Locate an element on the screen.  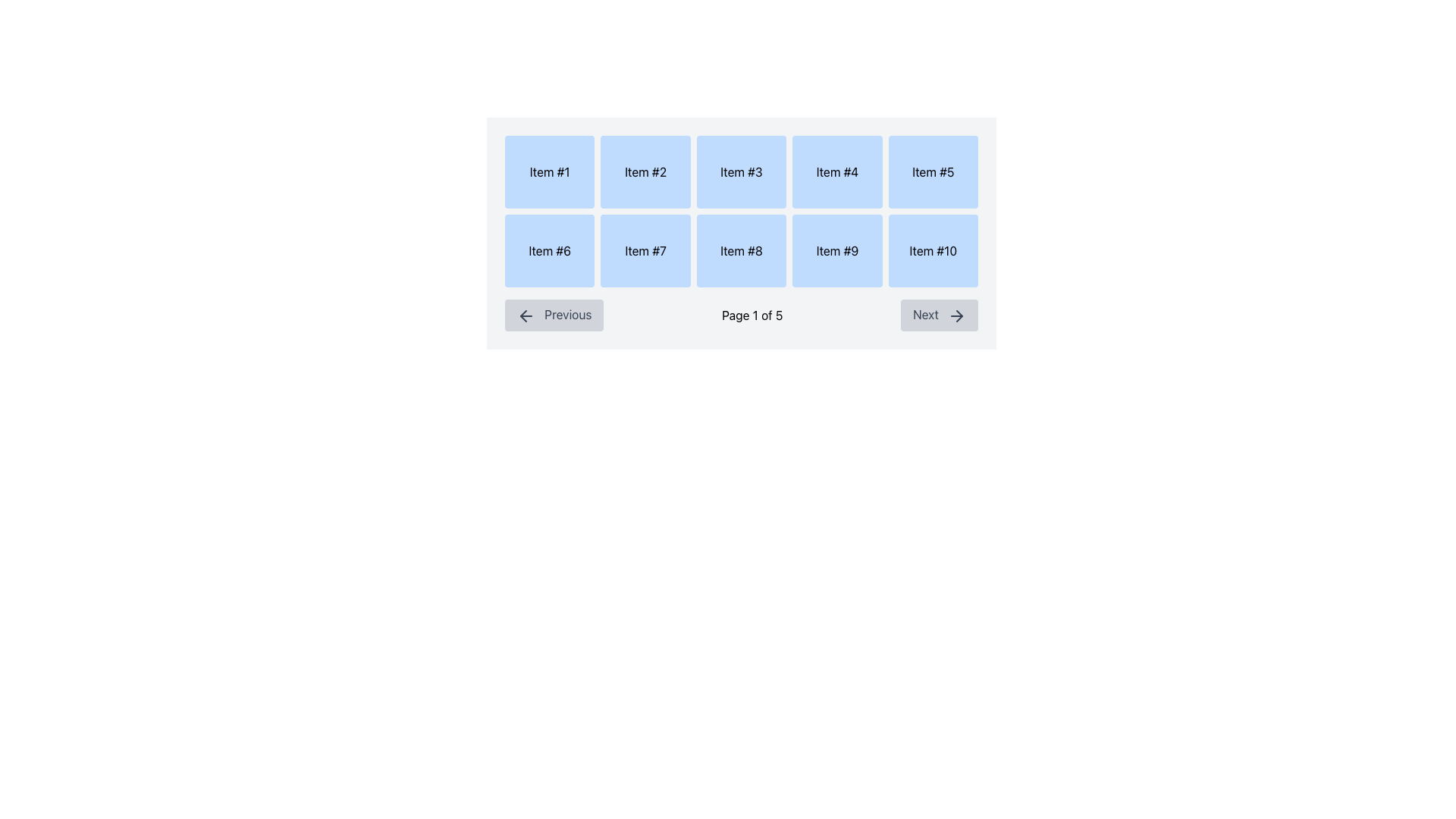
the text label displaying 'Item #10' in the second row, fifth column of the grid layout, which serves to present data and does not have direct interactions is located at coordinates (932, 250).